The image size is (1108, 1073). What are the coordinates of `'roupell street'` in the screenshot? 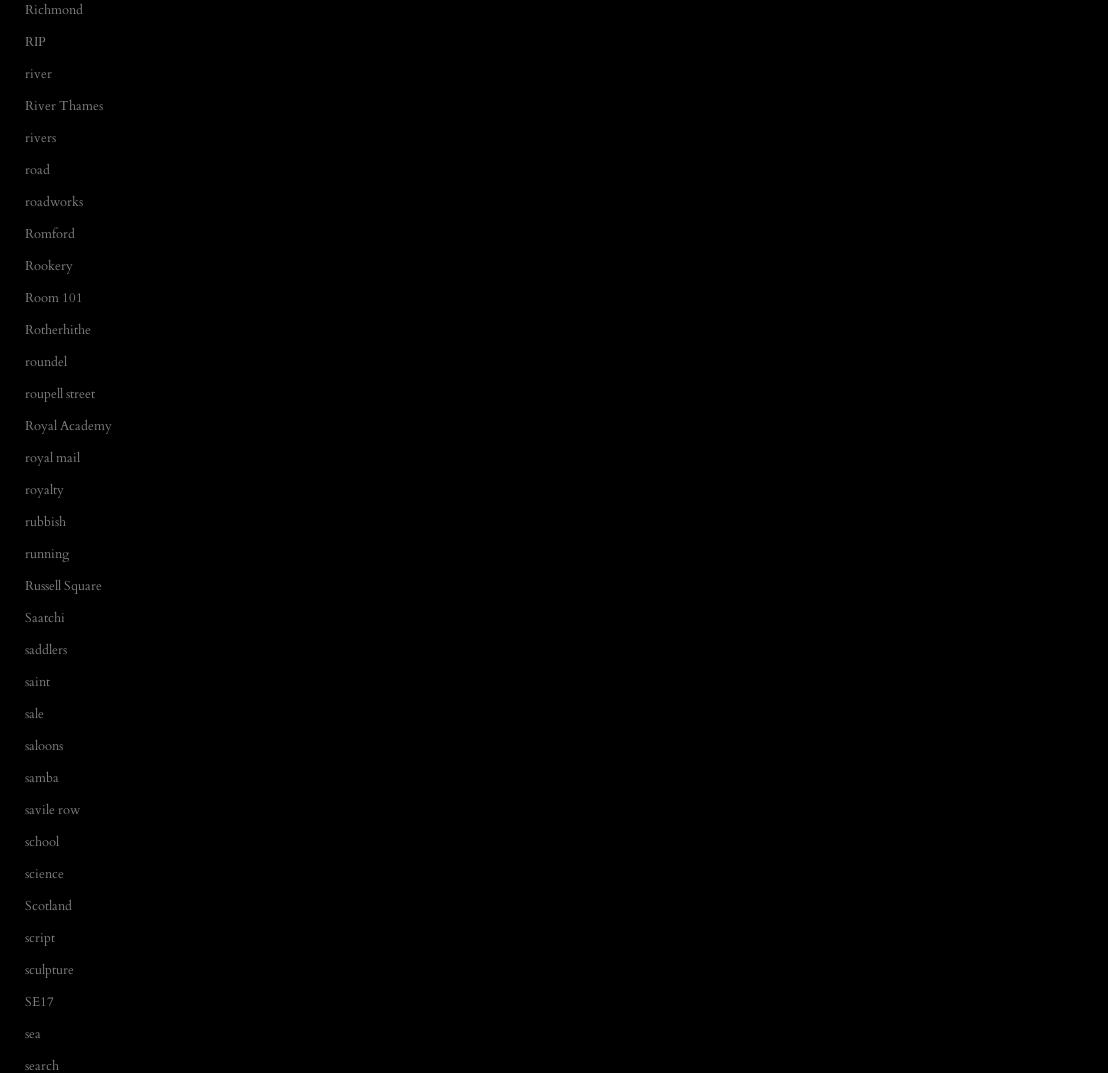 It's located at (59, 392).